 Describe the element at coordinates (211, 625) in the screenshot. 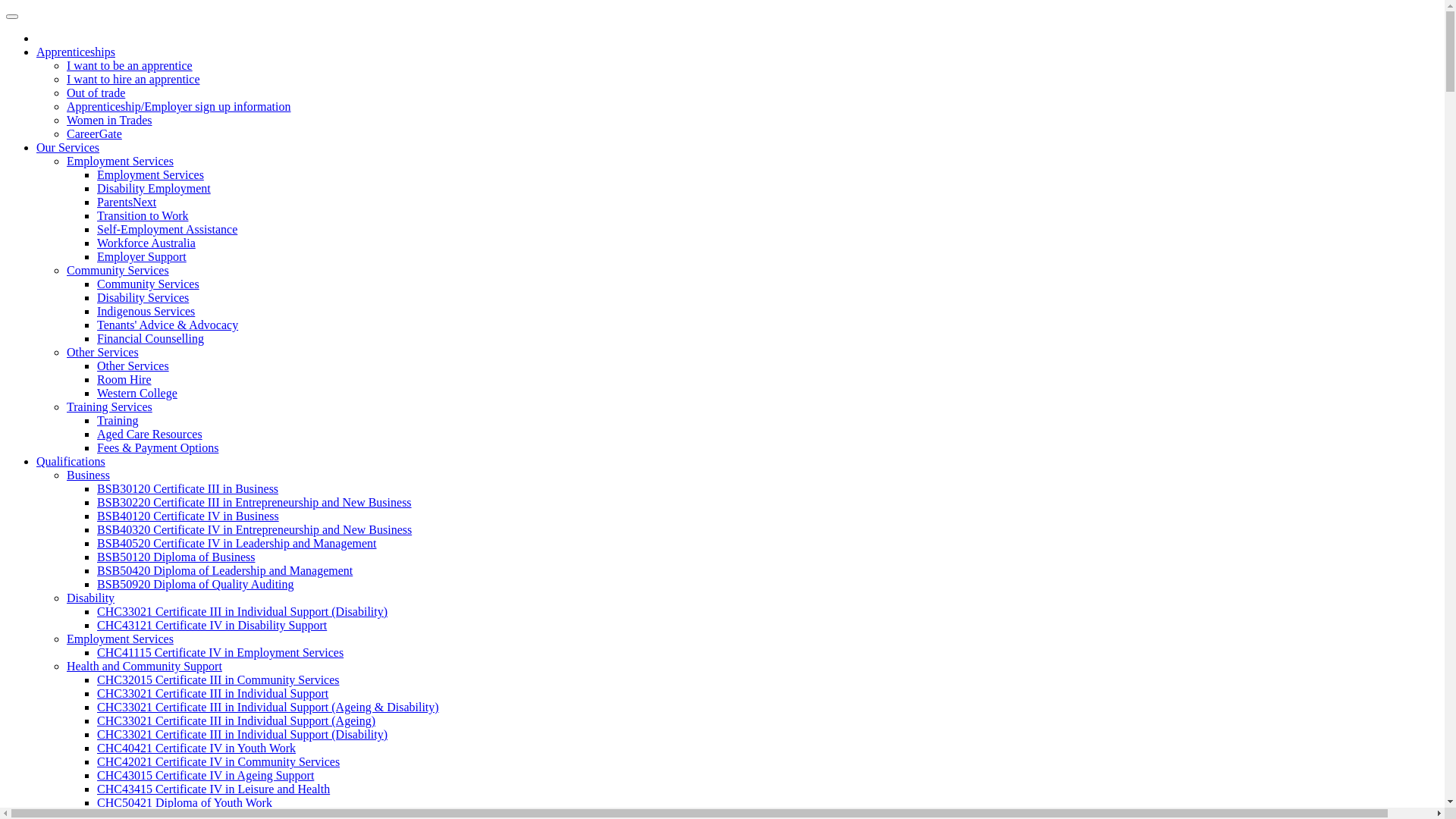

I see `'CHC43121 Certificate IV in Disability Support'` at that location.